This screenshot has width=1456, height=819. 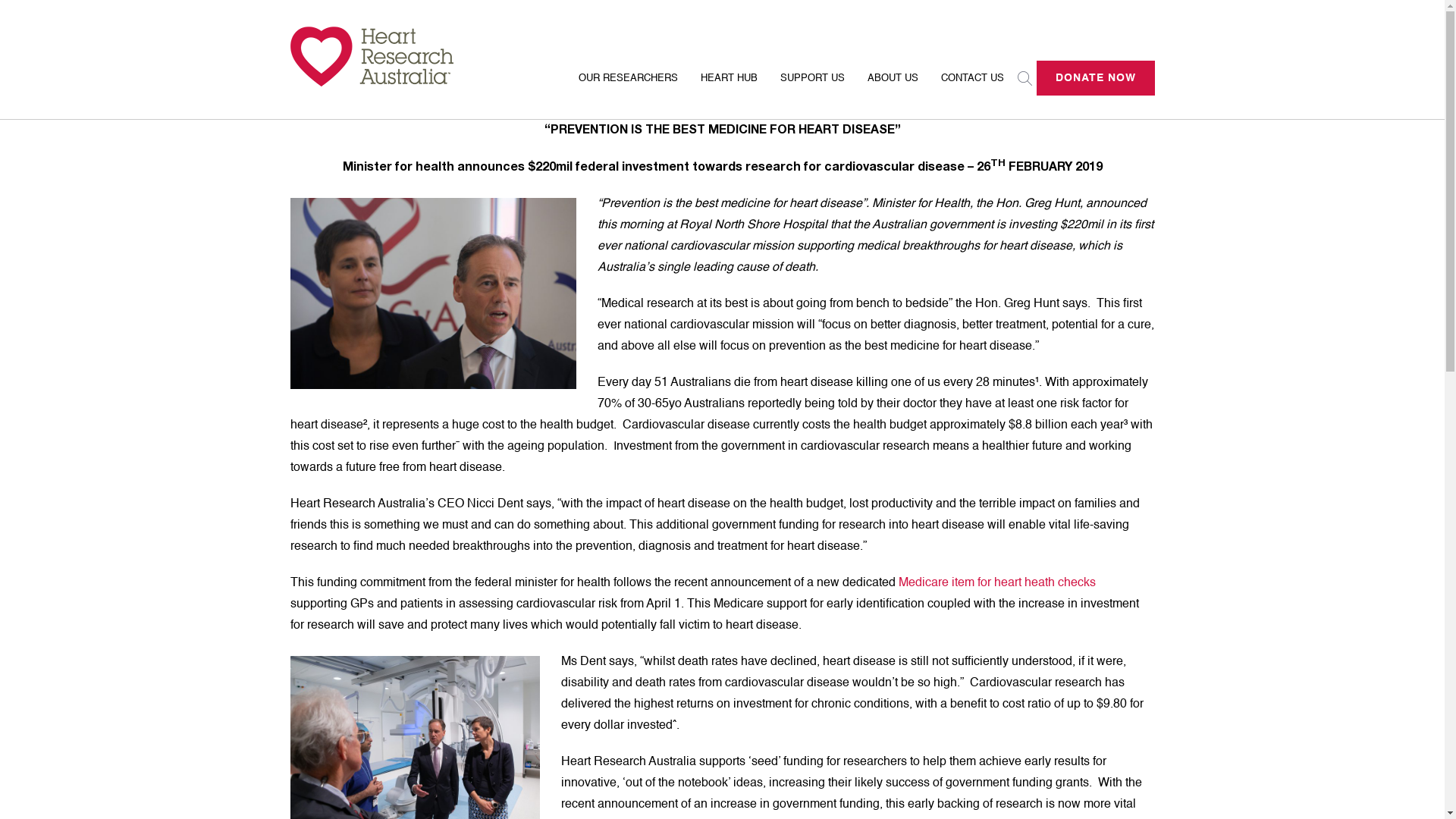 What do you see at coordinates (855, 88) in the screenshot?
I see `'ABOUT US'` at bounding box center [855, 88].